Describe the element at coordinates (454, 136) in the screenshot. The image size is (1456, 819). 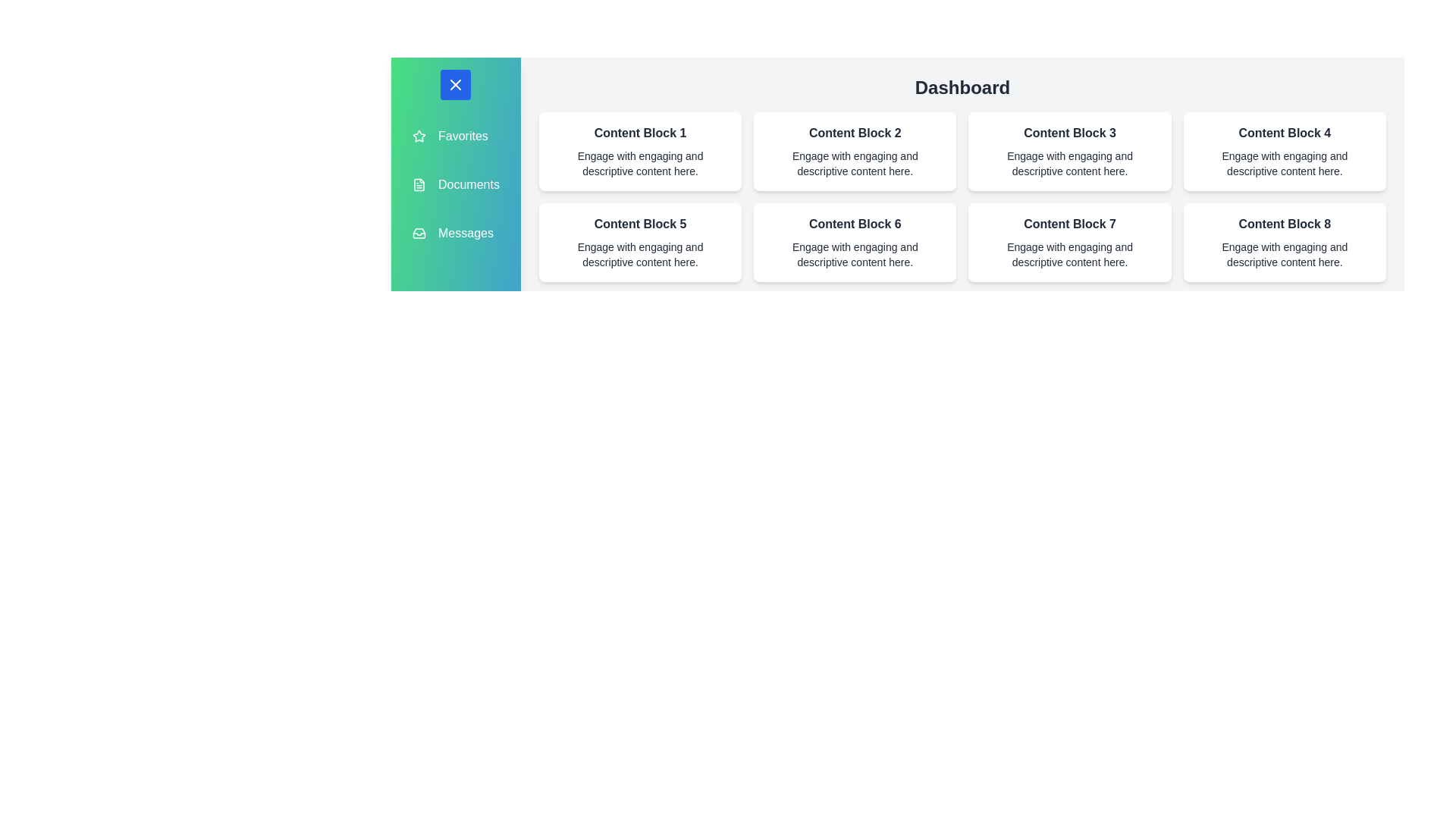
I see `the menu item Favorites from the sidebar` at that location.